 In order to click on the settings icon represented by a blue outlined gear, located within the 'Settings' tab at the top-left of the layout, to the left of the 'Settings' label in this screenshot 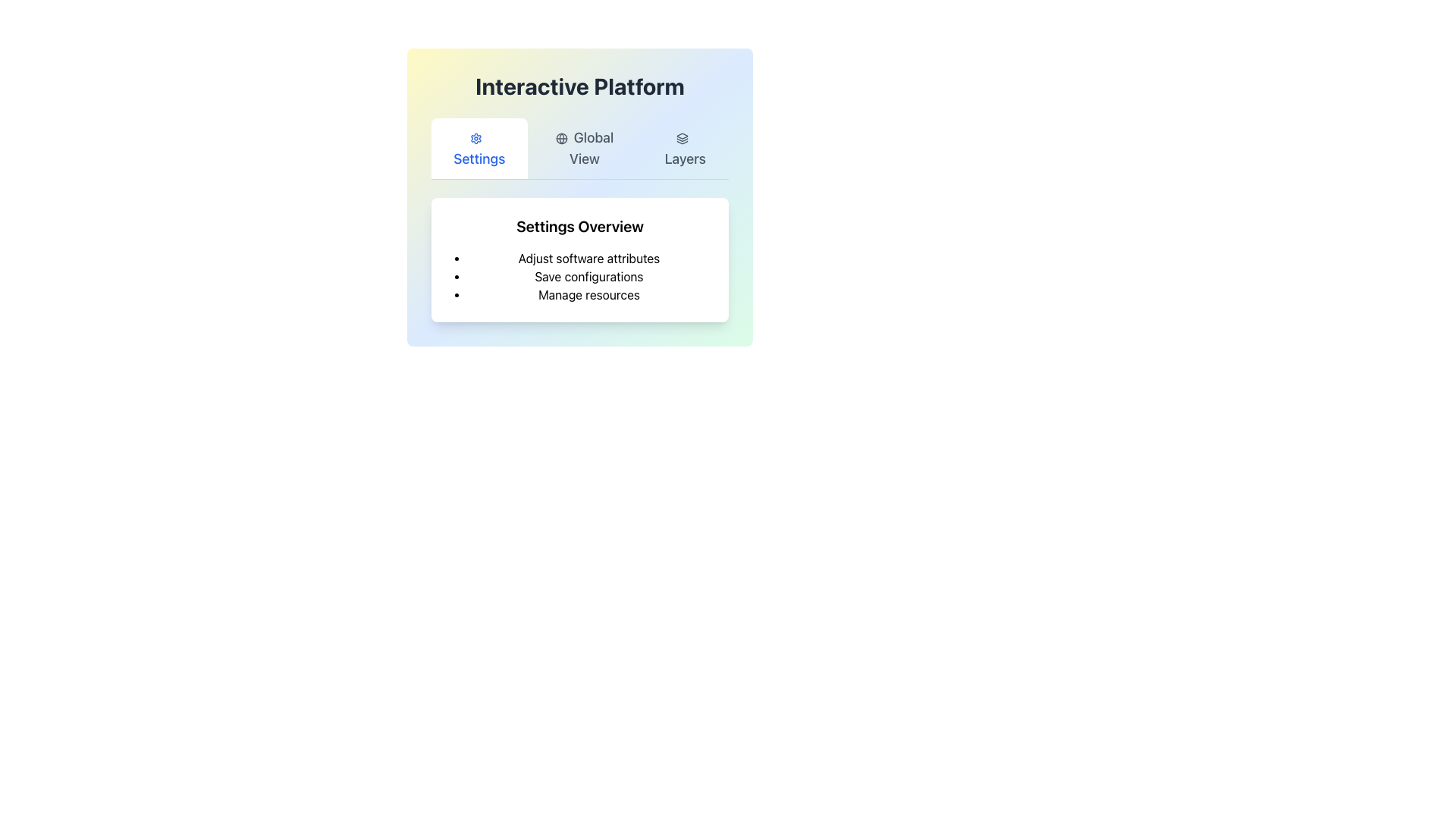, I will do `click(475, 139)`.